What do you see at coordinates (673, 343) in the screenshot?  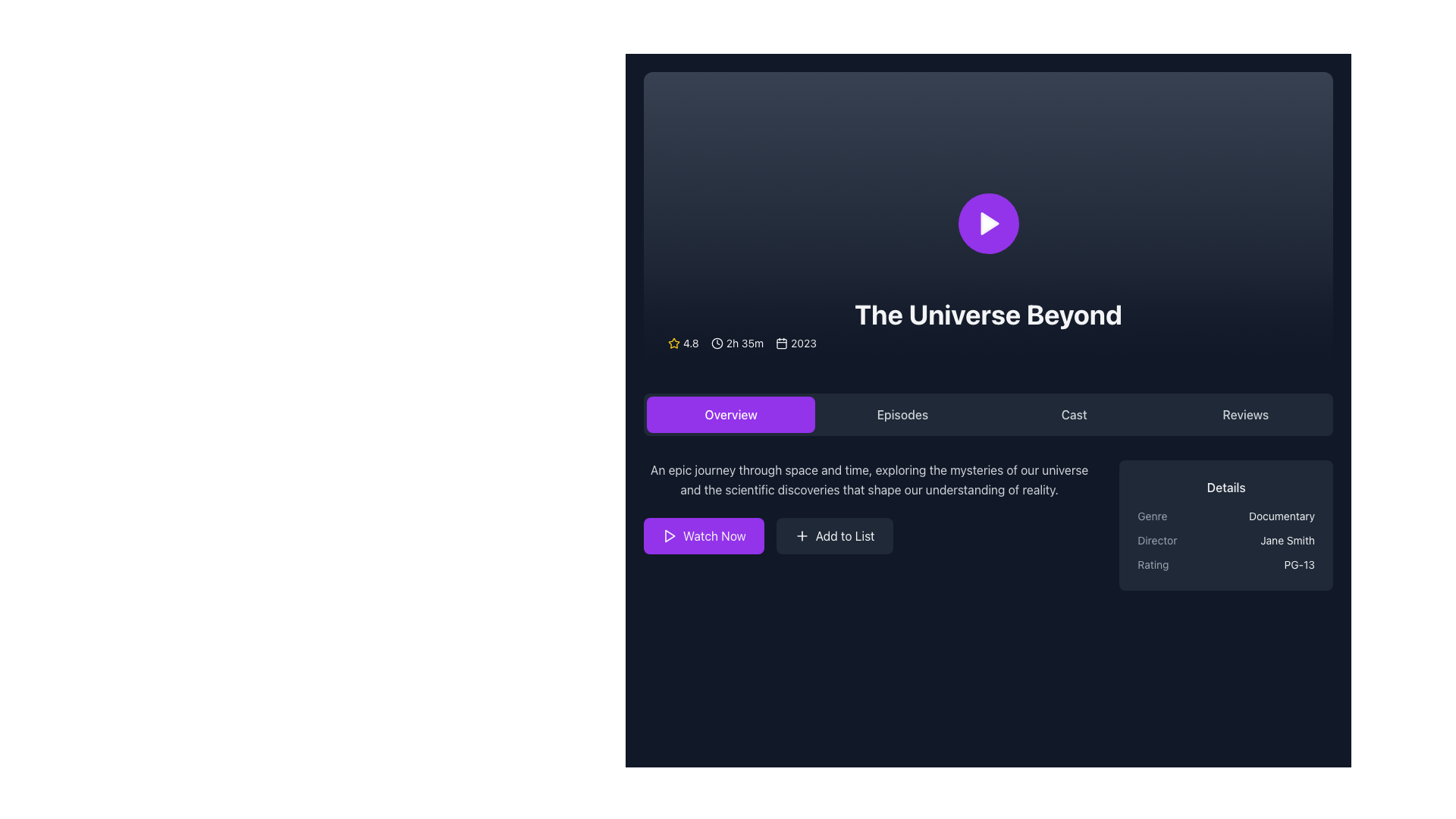 I see `the star icon representing the rating system, located in the top-left quadrant adjacent to the user's rating` at bounding box center [673, 343].